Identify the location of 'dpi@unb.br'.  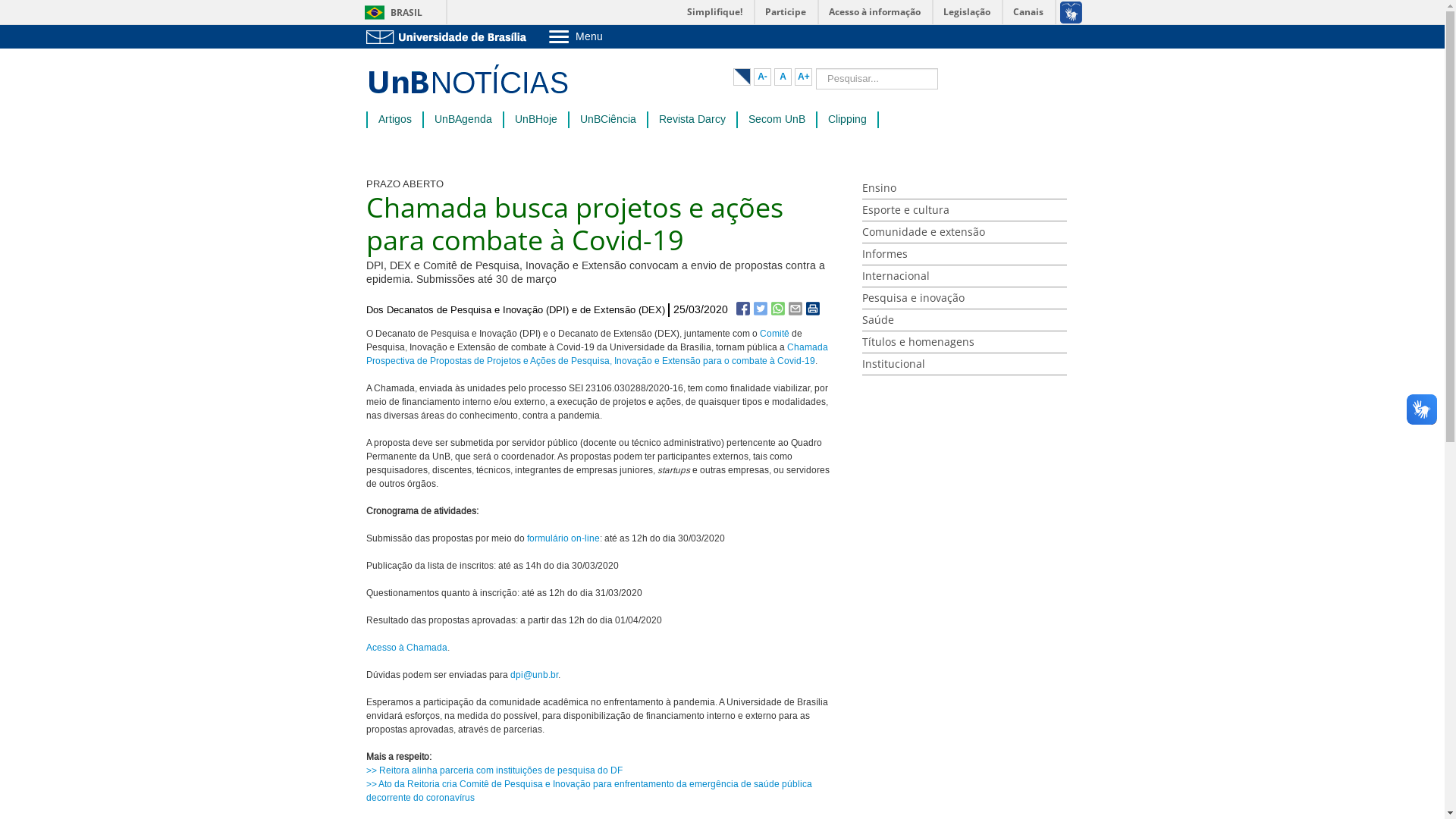
(533, 674).